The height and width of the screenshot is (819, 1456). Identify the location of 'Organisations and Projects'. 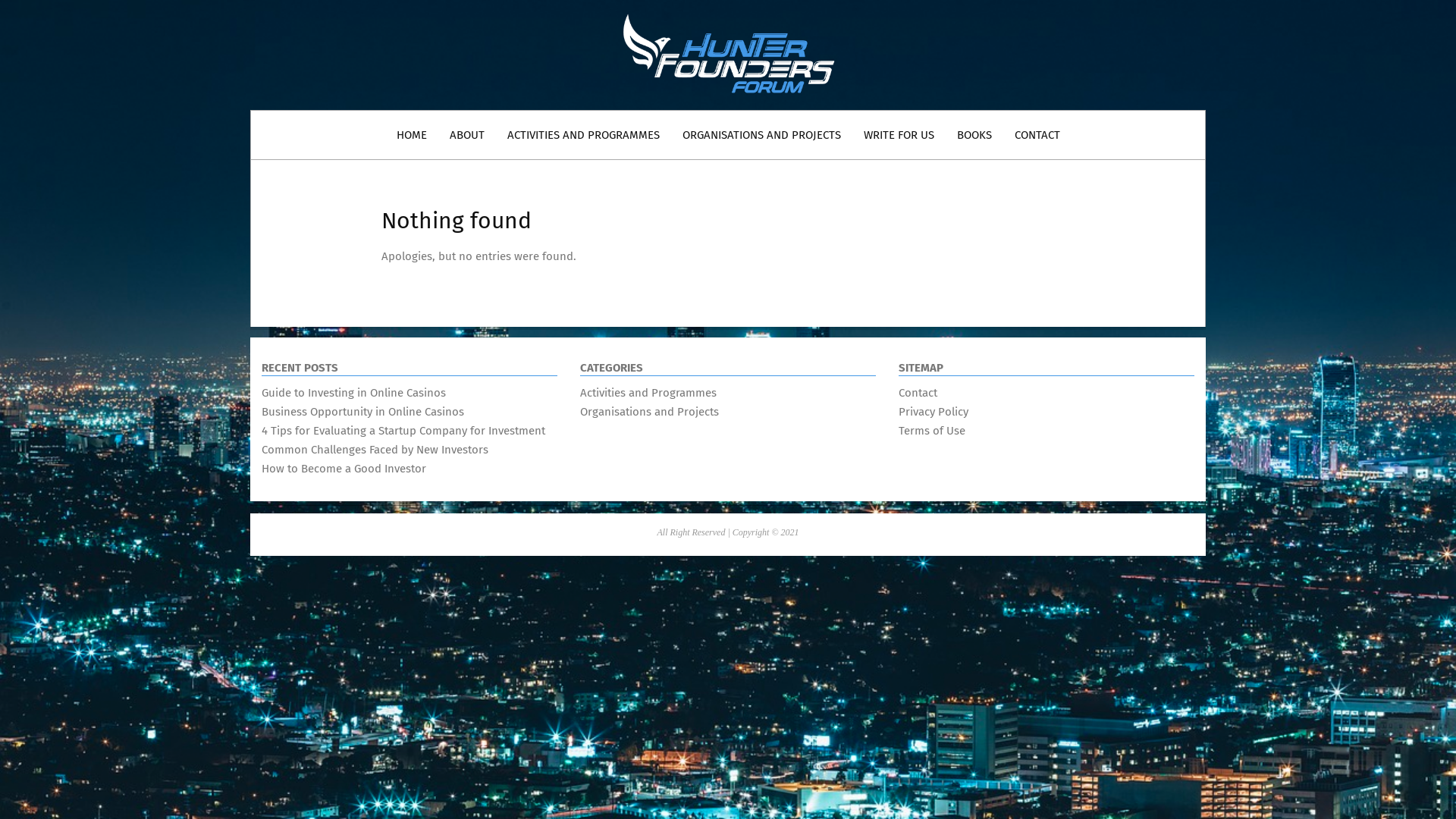
(649, 412).